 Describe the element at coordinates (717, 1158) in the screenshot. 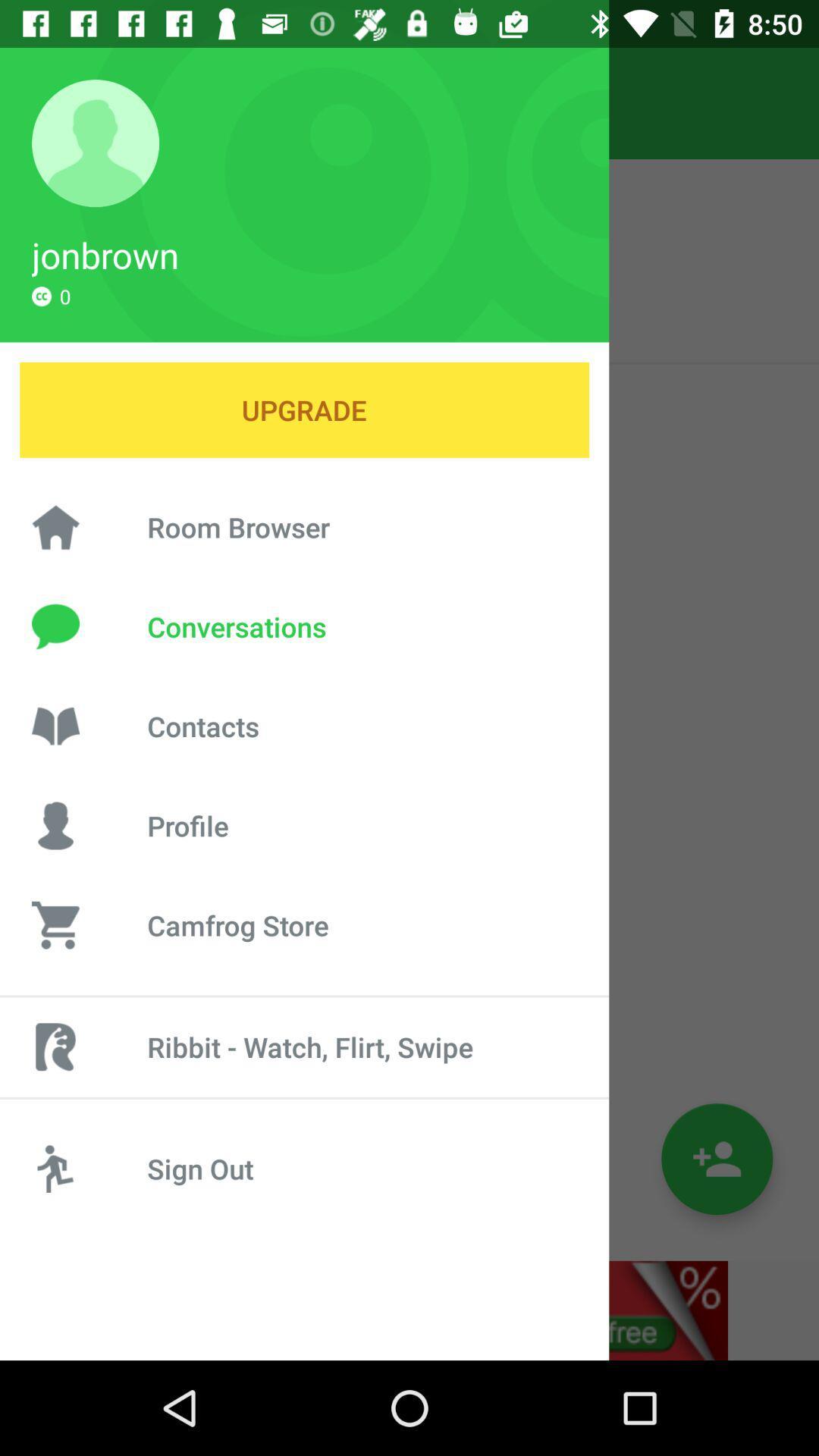

I see `the follow icon` at that location.